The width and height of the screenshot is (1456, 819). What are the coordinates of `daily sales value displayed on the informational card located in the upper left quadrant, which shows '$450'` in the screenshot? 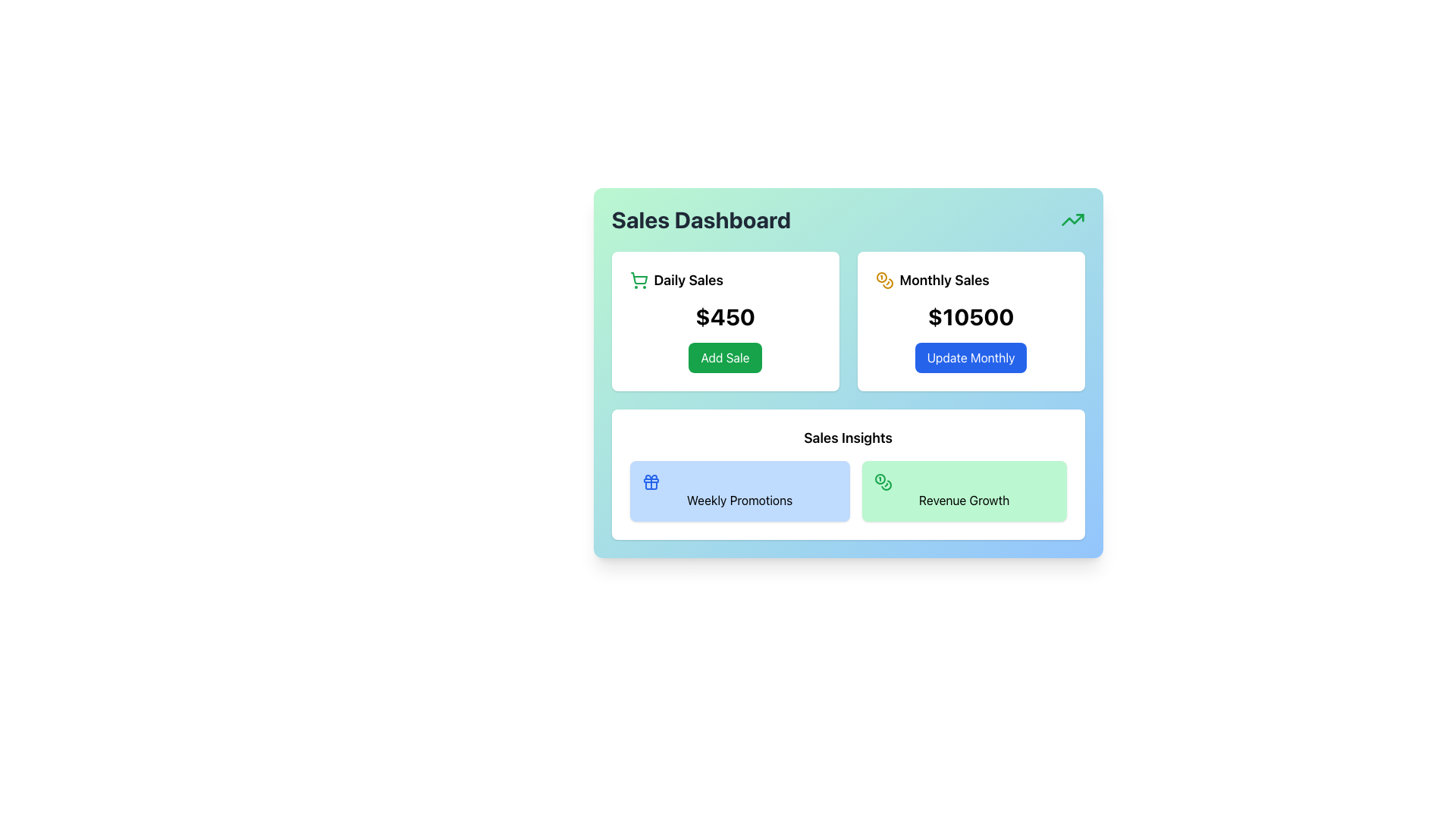 It's located at (724, 321).